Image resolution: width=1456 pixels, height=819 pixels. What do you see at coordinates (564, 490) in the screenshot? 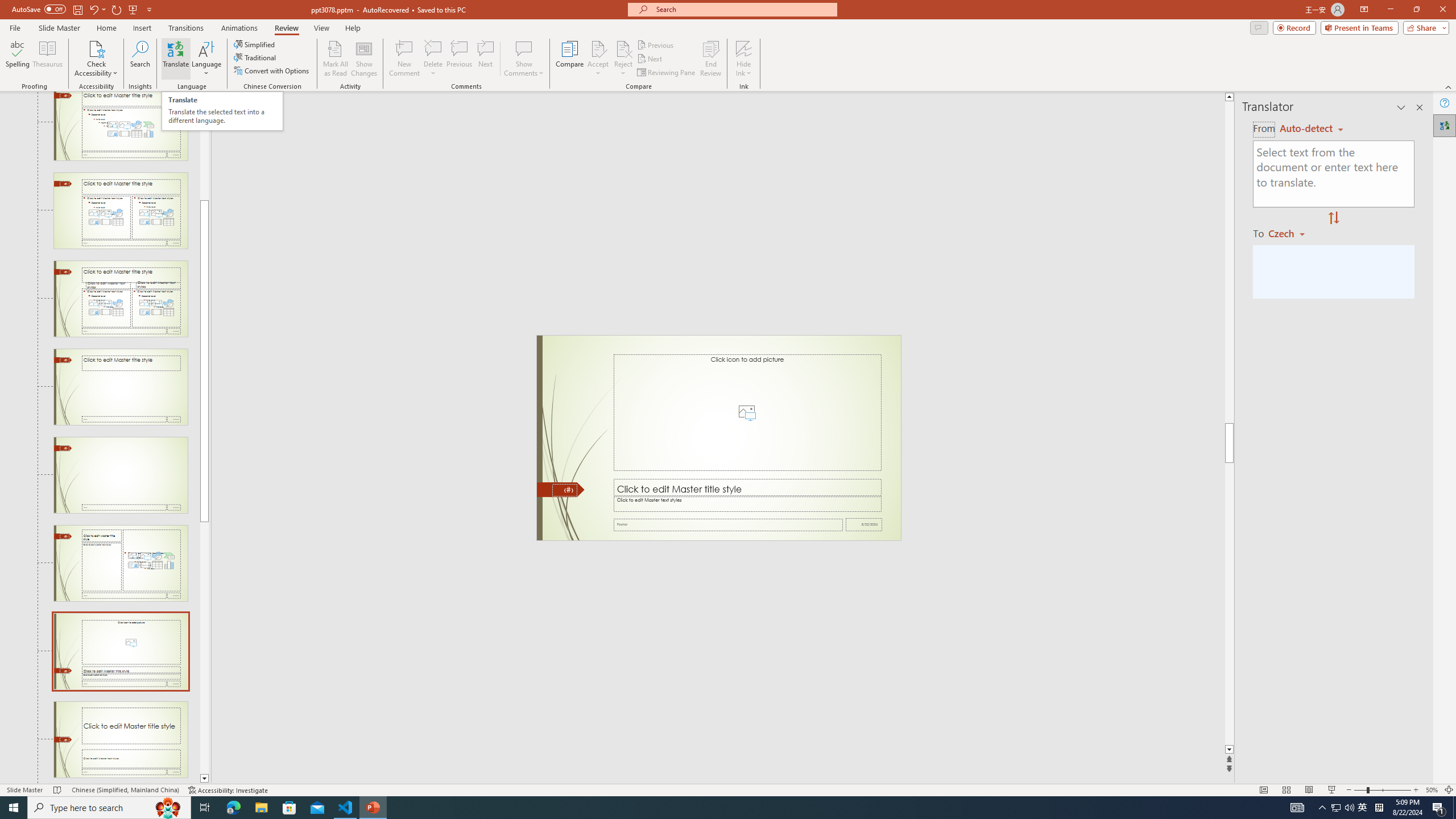
I see `'Slide Number'` at bounding box center [564, 490].